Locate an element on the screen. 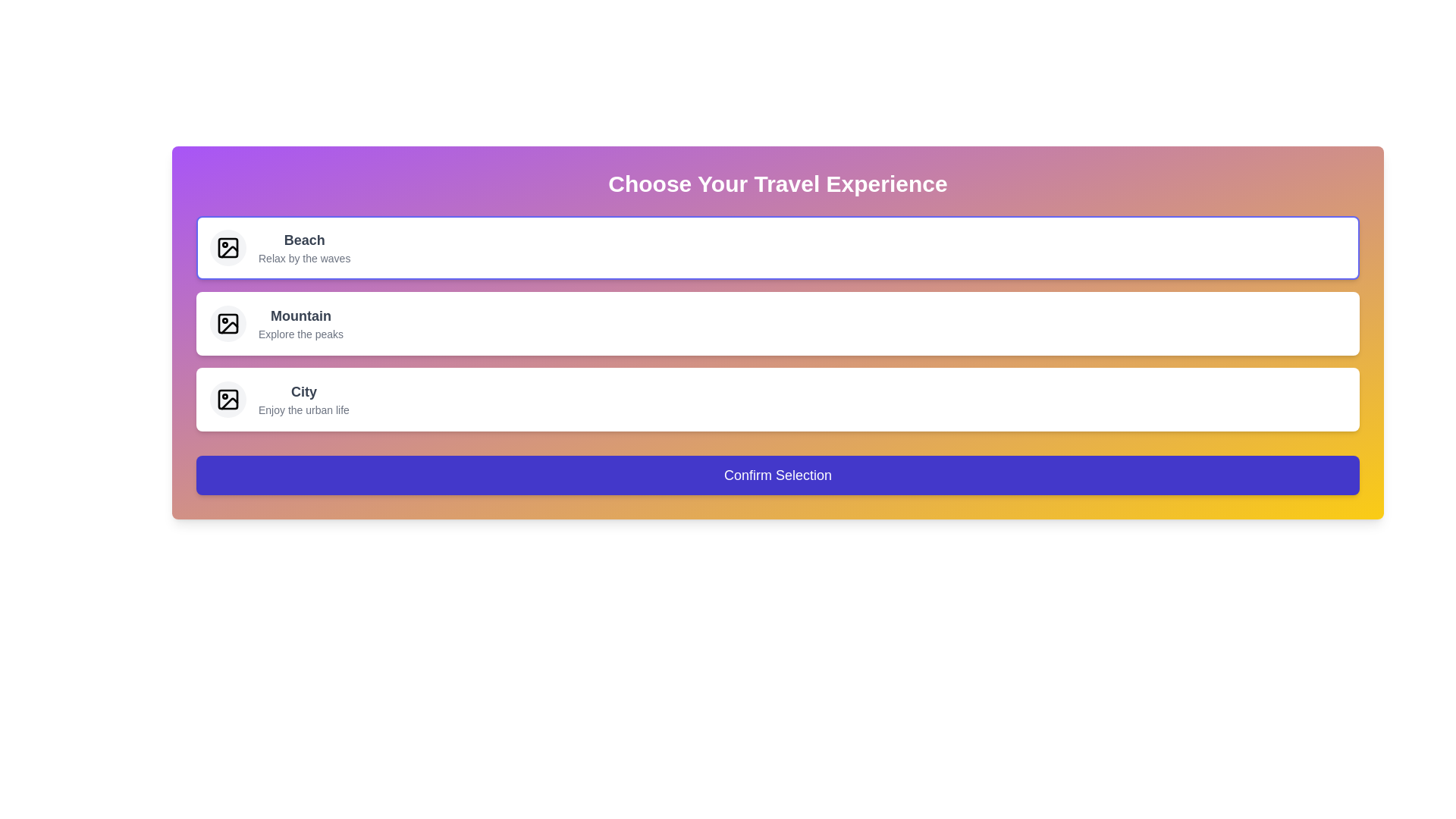 The image size is (1456, 819). the small rounded rectangle shape located within the third item labeled 'City: Enjoy the urban life.' is located at coordinates (227, 399).